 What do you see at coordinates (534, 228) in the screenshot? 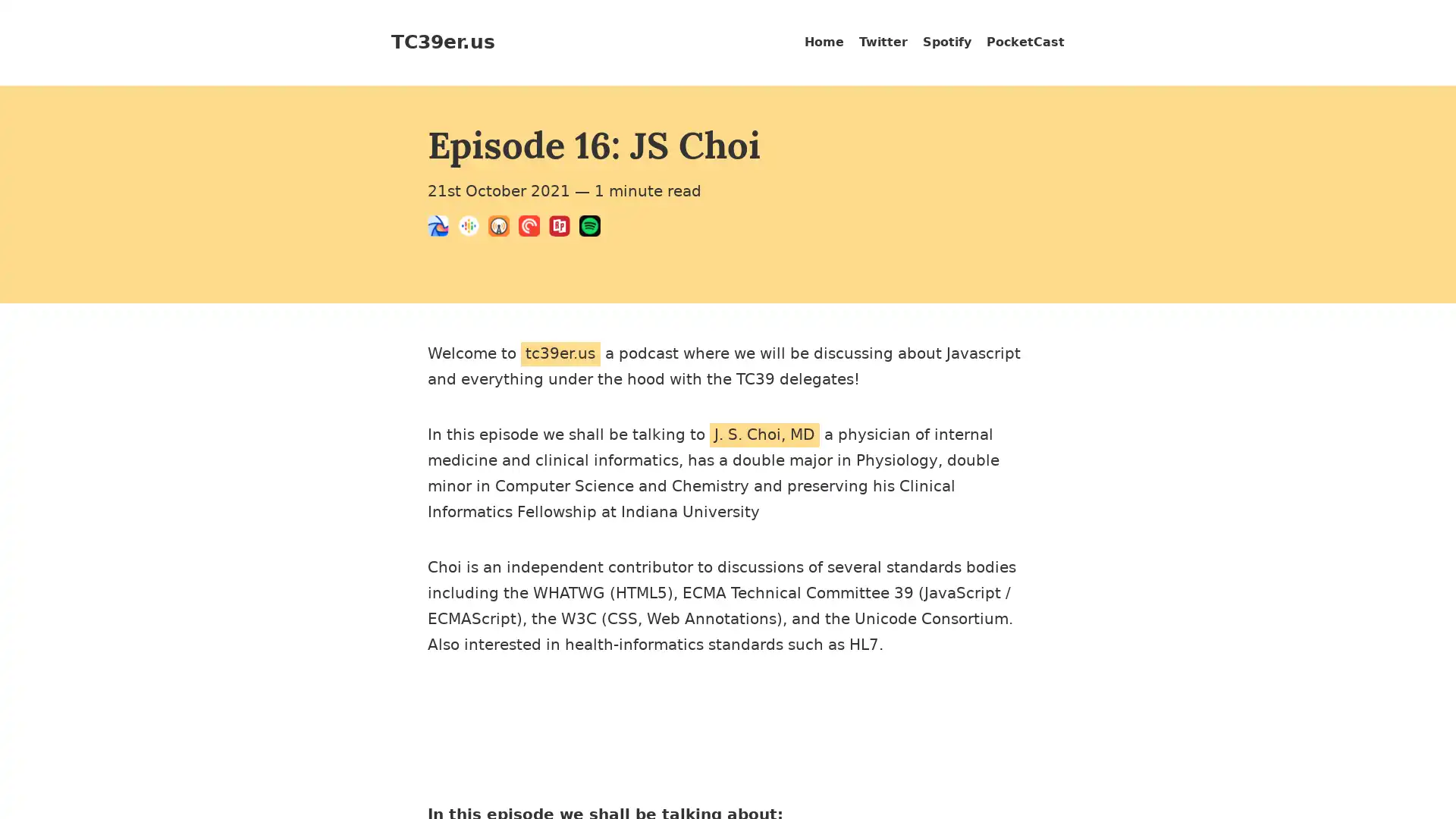
I see `Pocket Casts Logo` at bounding box center [534, 228].